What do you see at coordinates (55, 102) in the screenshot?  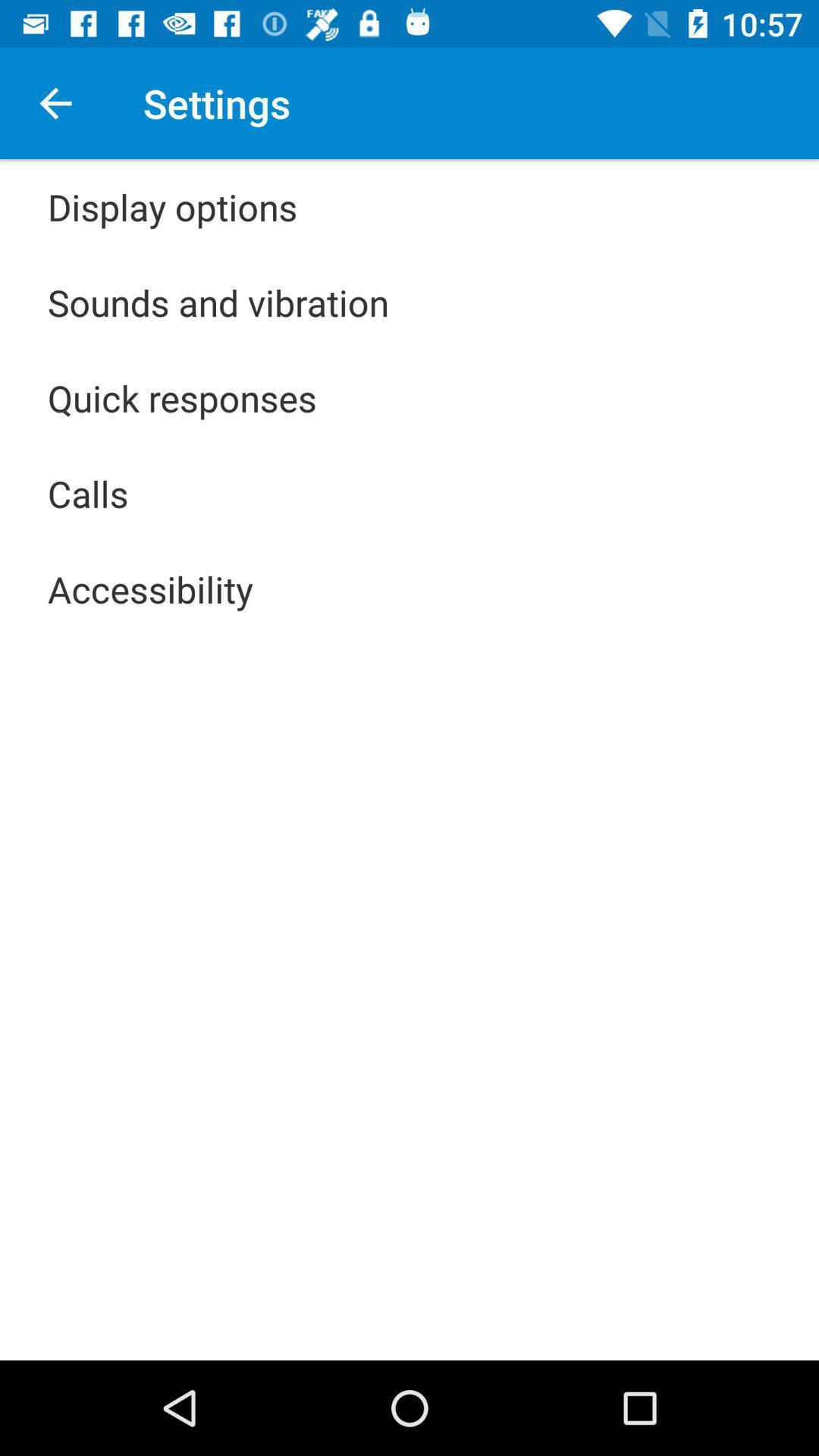 I see `the app to the left of the settings app` at bounding box center [55, 102].